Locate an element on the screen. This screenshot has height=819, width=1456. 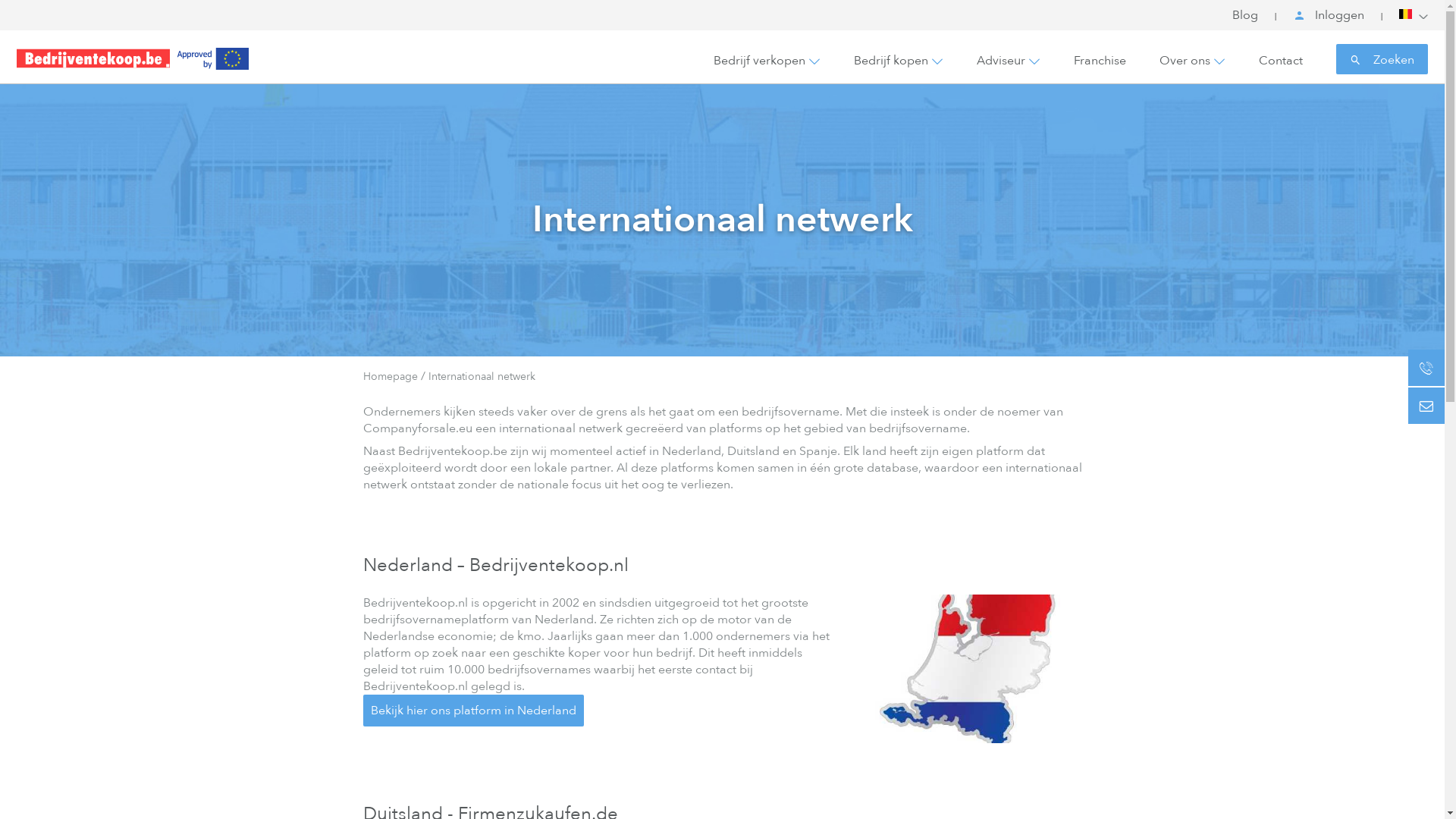
'Internationaal netwerk' is located at coordinates (480, 375).